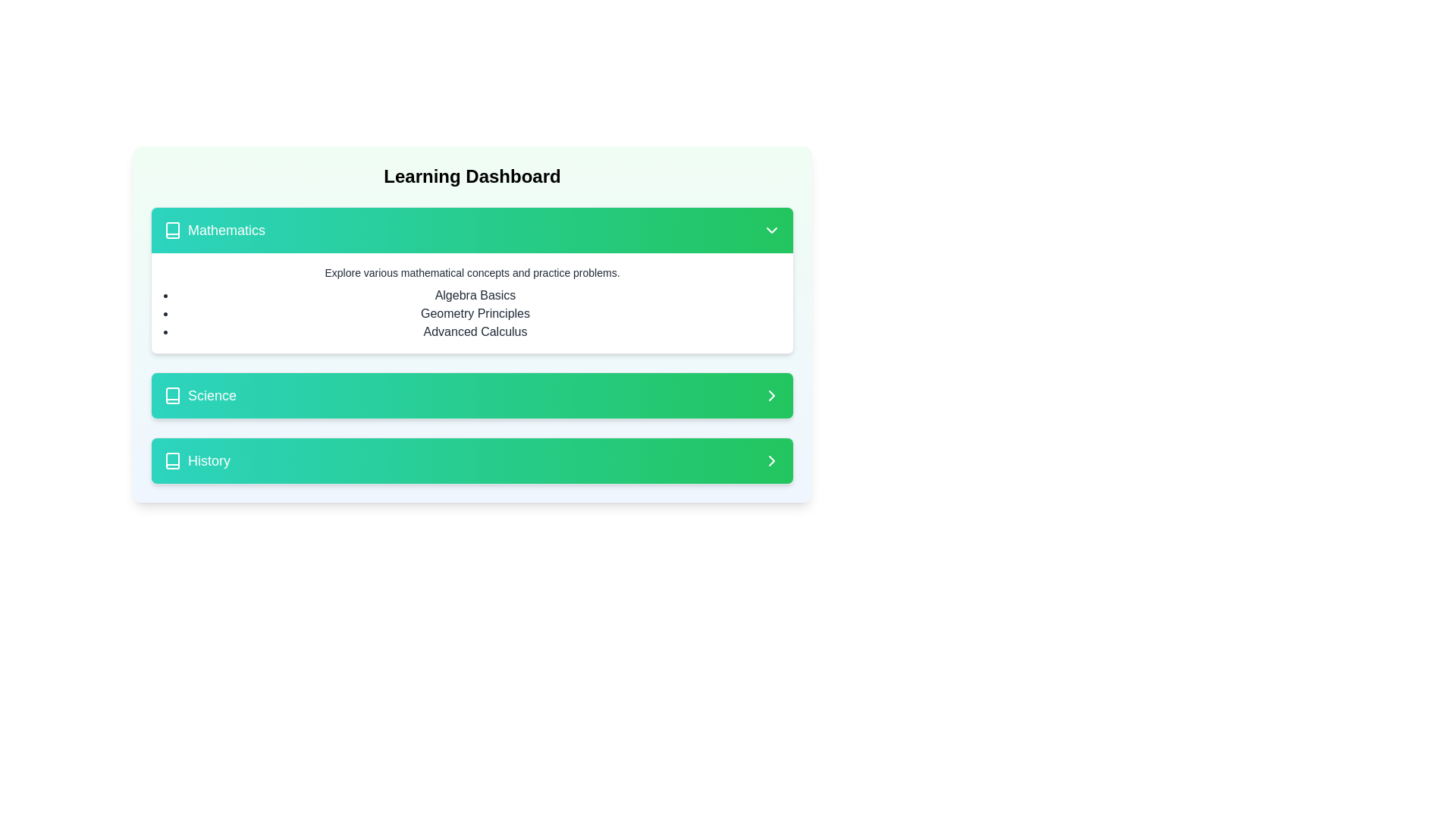 The image size is (1456, 819). Describe the element at coordinates (172, 231) in the screenshot. I see `the 'Mathematics' section icon, which is located near the top-left corner of the 'Mathematics' section header, aligned horizontally with the 'Mathematics' text label` at that location.